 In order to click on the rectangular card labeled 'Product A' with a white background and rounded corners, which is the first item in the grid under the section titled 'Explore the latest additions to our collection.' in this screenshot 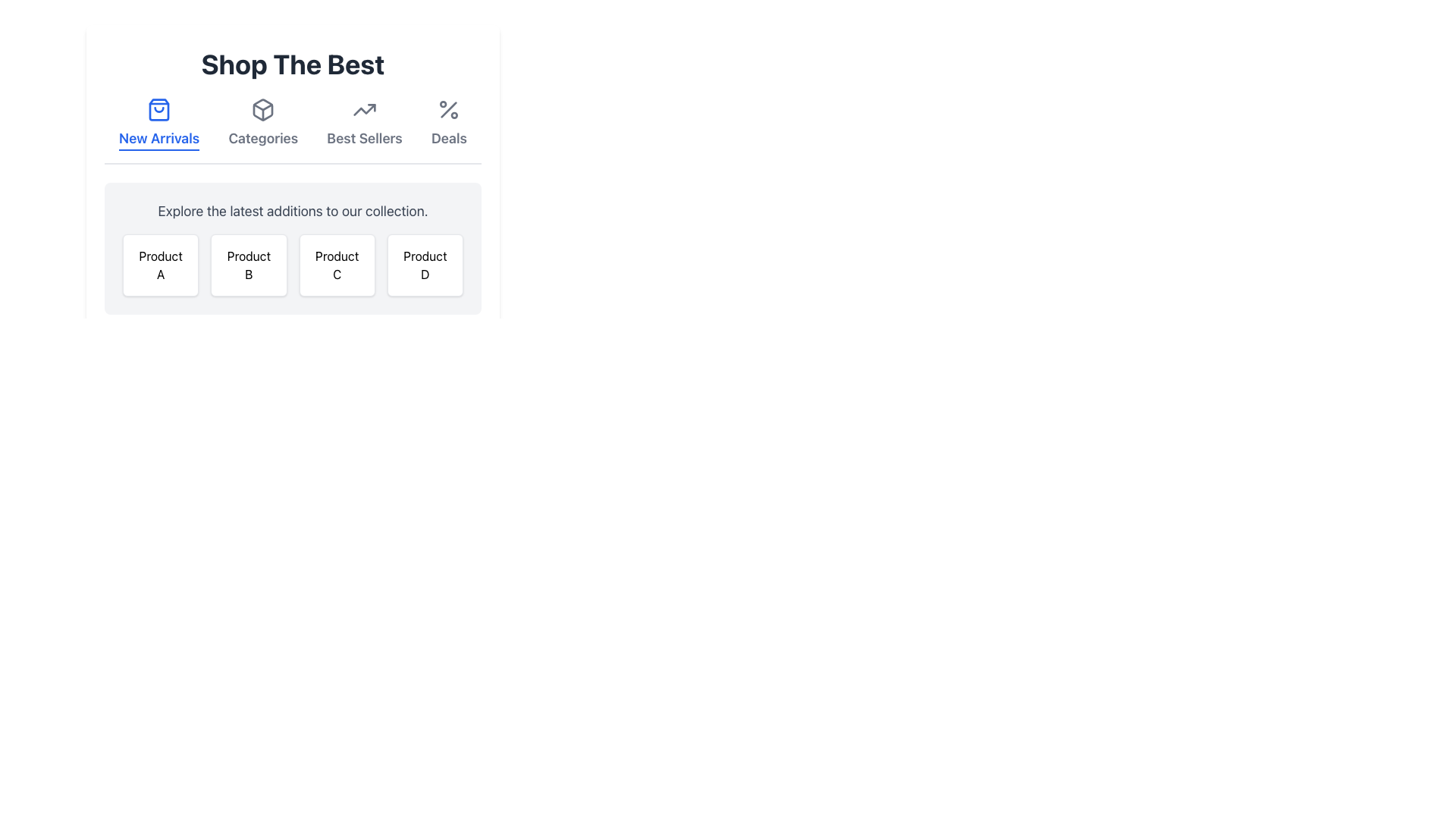, I will do `click(161, 265)`.